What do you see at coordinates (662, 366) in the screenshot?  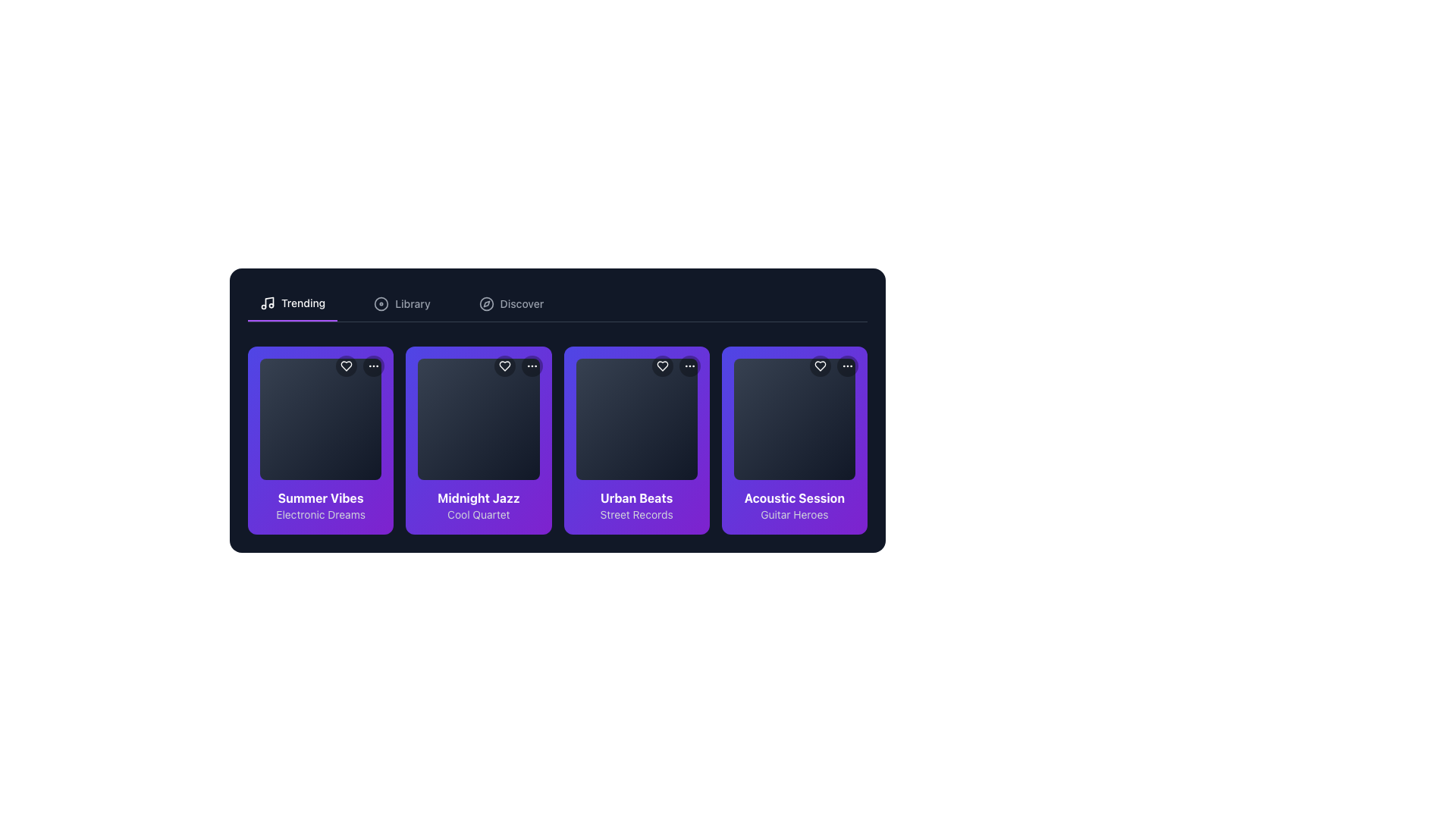 I see `the circular button with a semi-transparent black background and a white heart icon in the top-right corner of the 'Urban Beats' card to mark the item as favorite` at bounding box center [662, 366].